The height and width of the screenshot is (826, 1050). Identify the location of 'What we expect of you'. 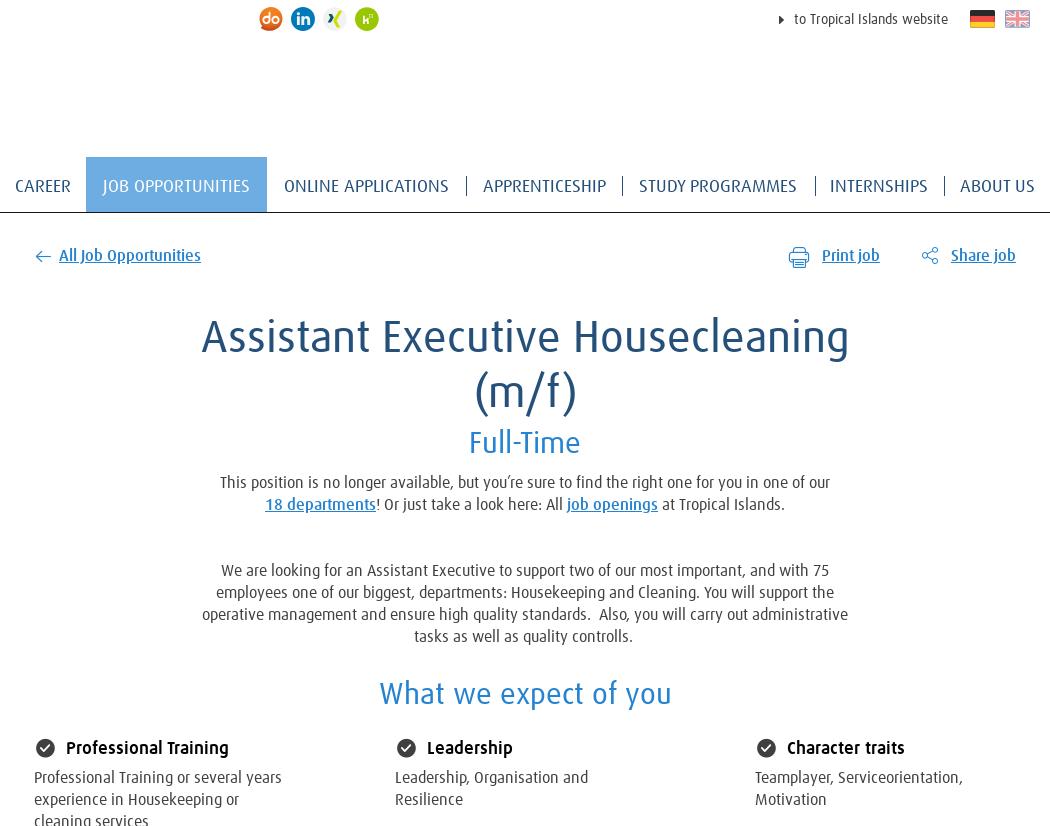
(523, 693).